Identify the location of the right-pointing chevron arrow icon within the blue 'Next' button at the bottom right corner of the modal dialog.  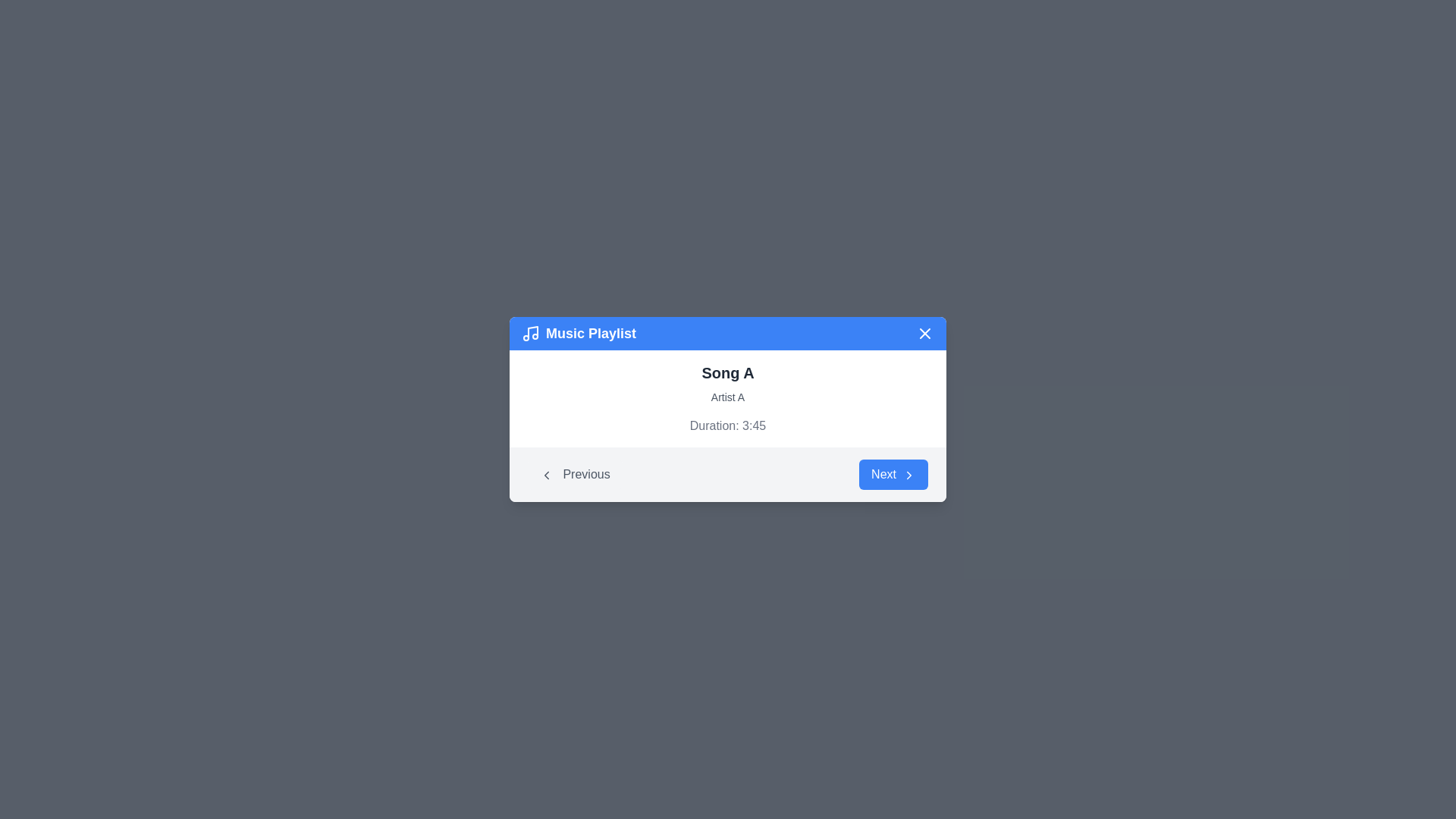
(909, 473).